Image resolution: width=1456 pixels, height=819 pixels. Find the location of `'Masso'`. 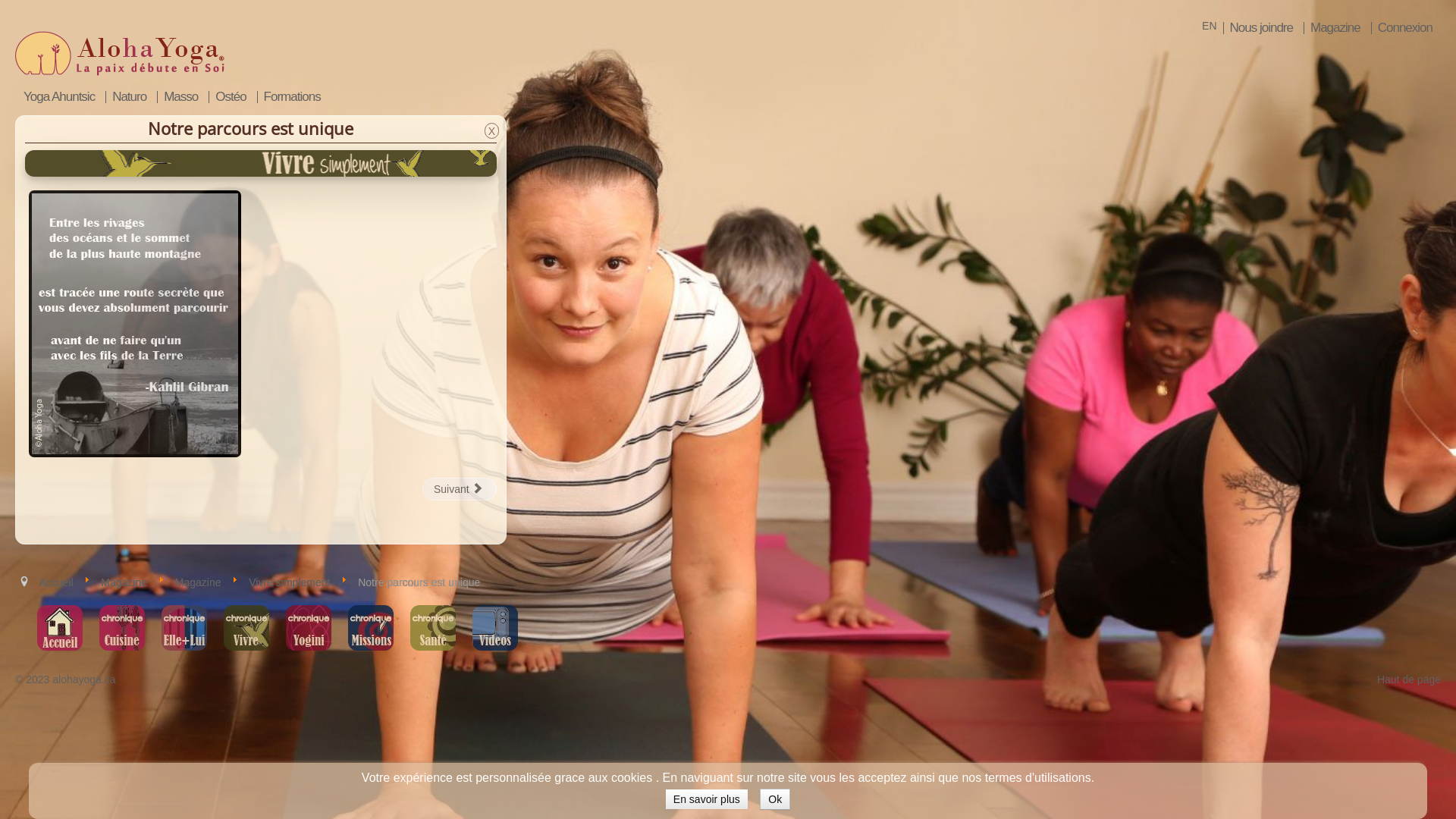

'Masso' is located at coordinates (180, 96).